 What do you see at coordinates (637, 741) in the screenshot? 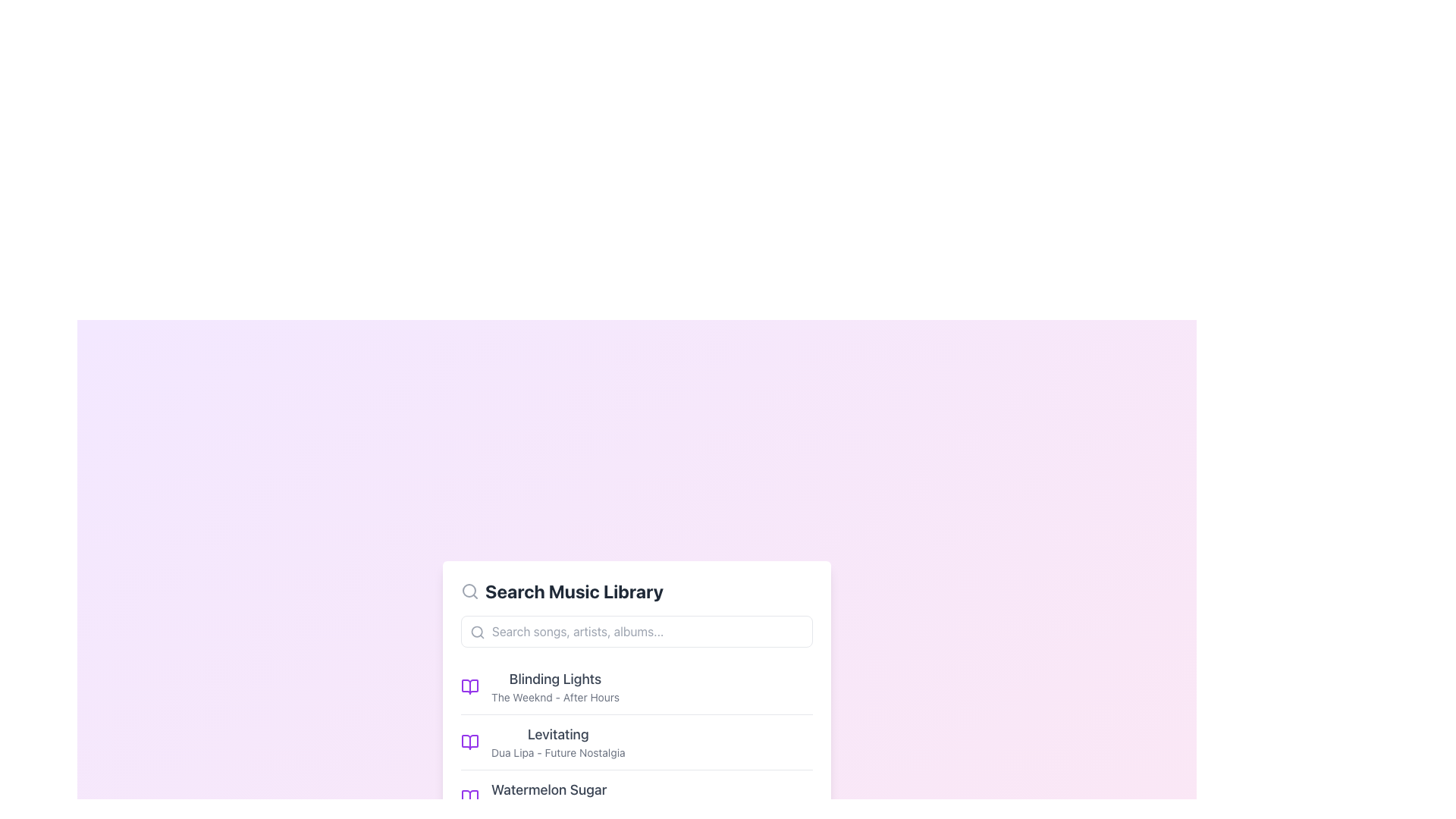
I see `the second selectable list item for the song 'Levitating' by Dua Lipa to trigger the hover effect` at bounding box center [637, 741].